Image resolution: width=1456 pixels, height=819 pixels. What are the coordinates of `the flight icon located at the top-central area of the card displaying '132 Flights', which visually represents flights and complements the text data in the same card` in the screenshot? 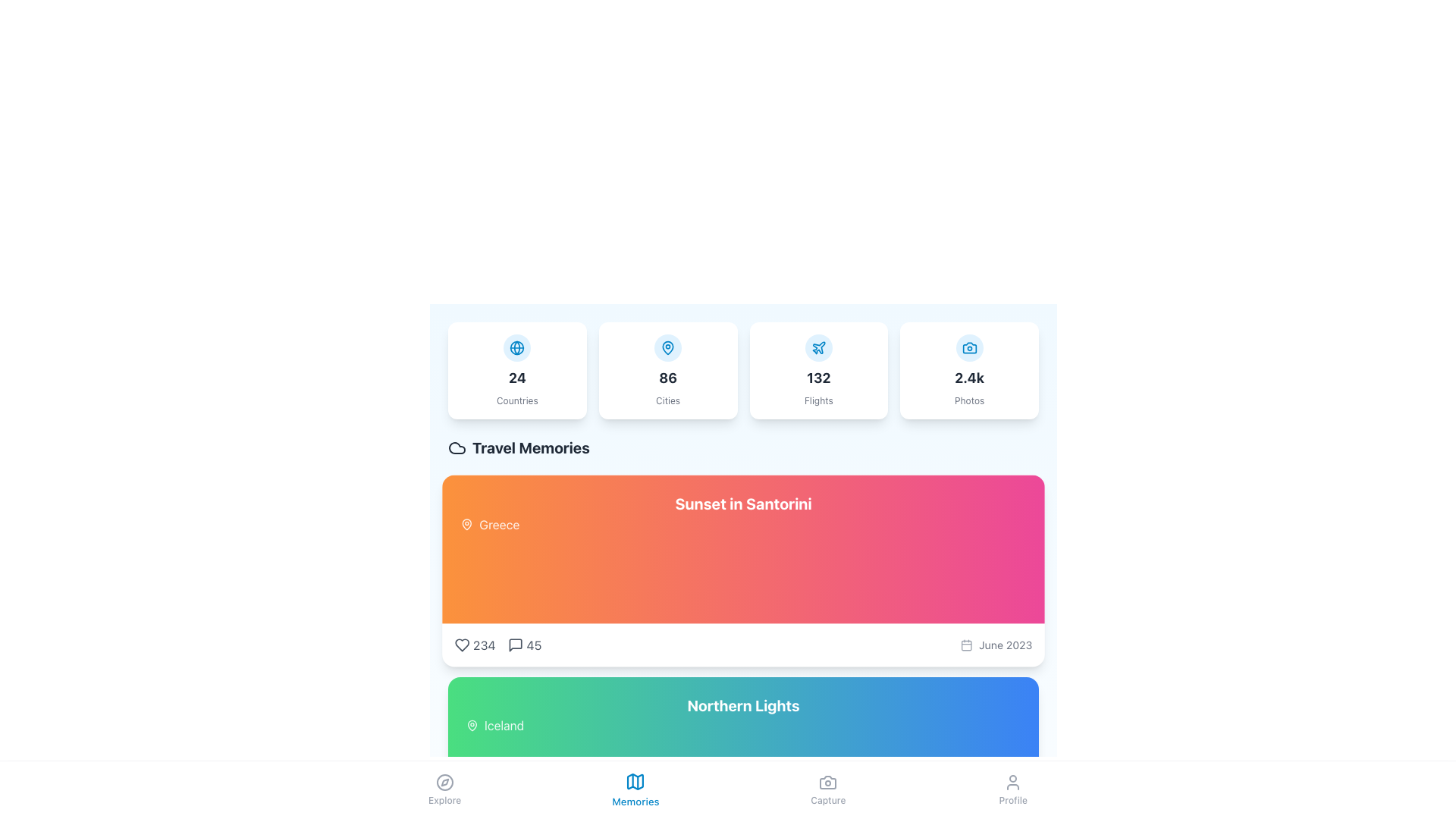 It's located at (817, 348).